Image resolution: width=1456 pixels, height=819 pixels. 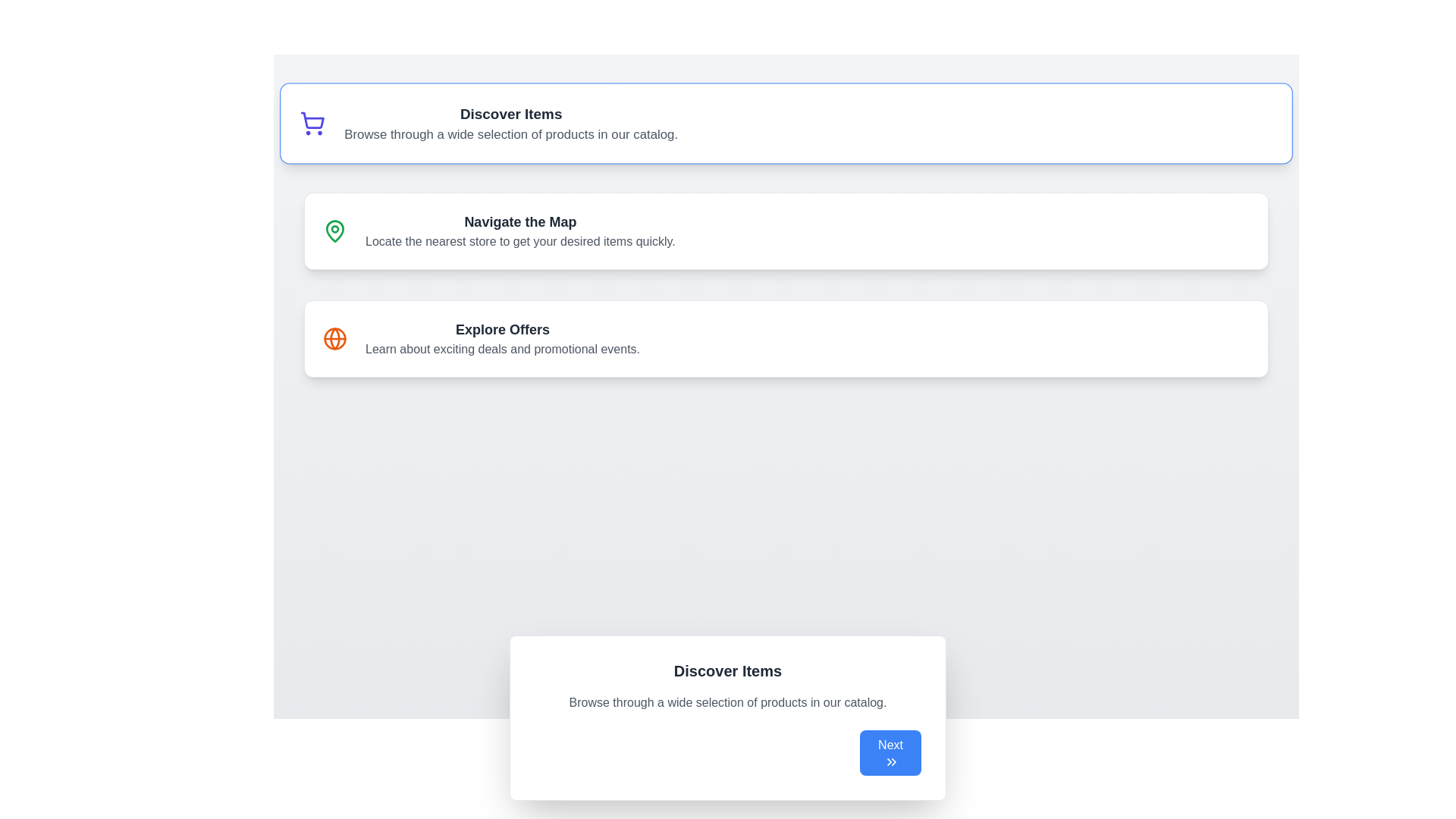 I want to click on the text line stating 'Browse through a wide selection of products in our catalog.', which is styled in muted gray and located directly under the 'Discover Items' header in the top card section of the page, so click(x=511, y=133).